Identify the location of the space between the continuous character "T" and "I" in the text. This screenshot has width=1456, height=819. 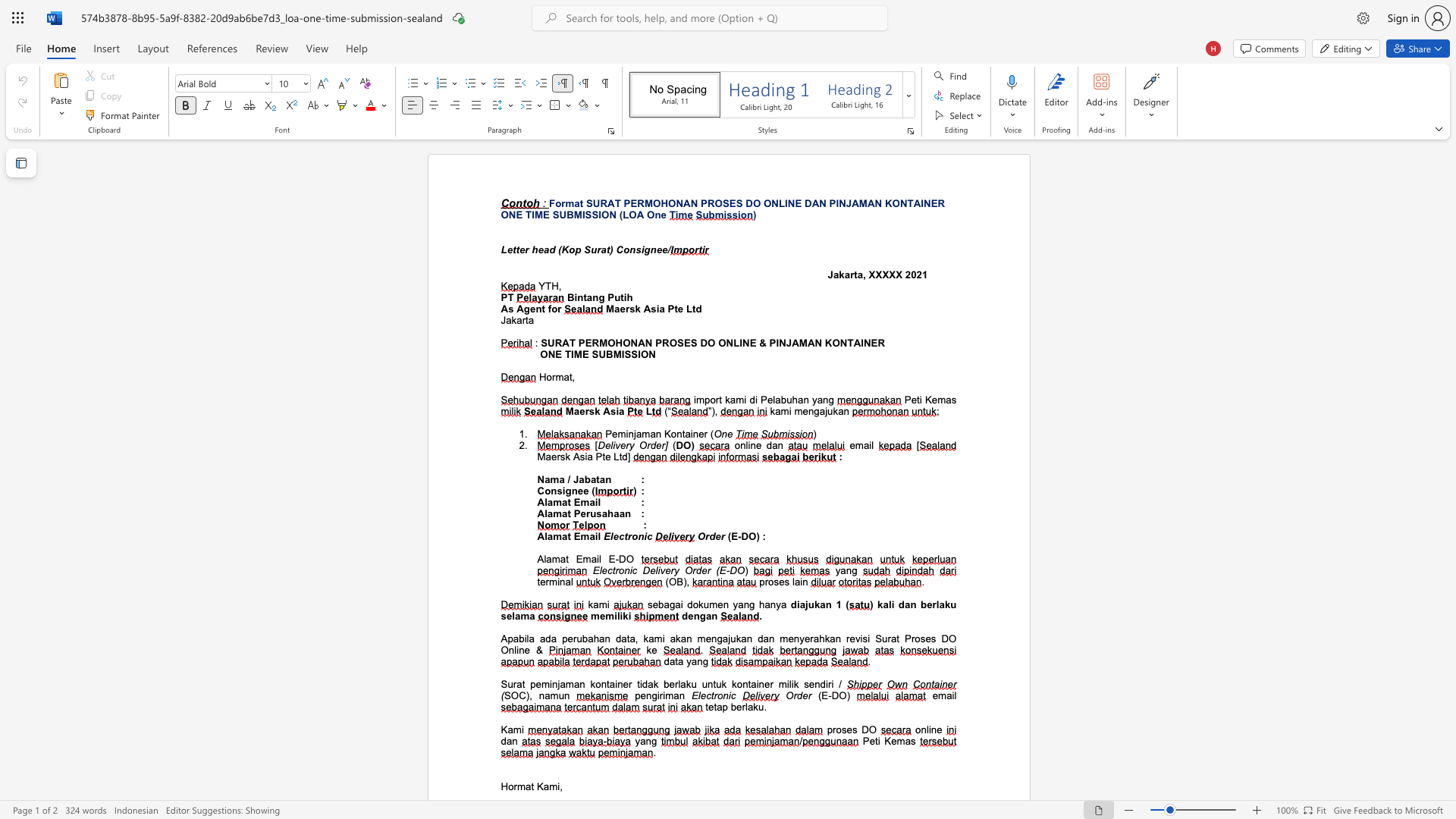
(531, 215).